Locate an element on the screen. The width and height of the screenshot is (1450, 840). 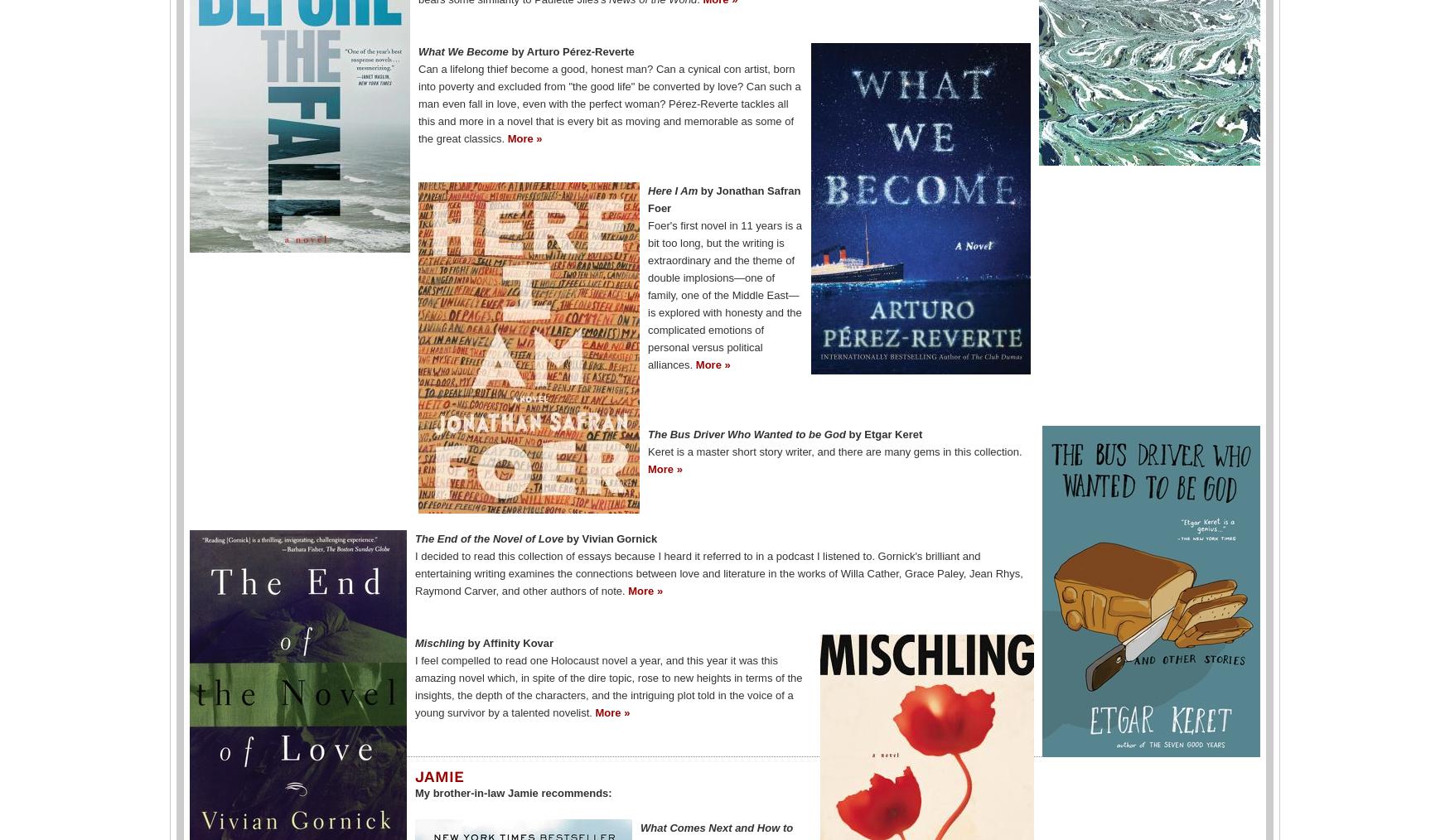
'The Bus Driver Who Wanted to be God' is located at coordinates (747, 432).